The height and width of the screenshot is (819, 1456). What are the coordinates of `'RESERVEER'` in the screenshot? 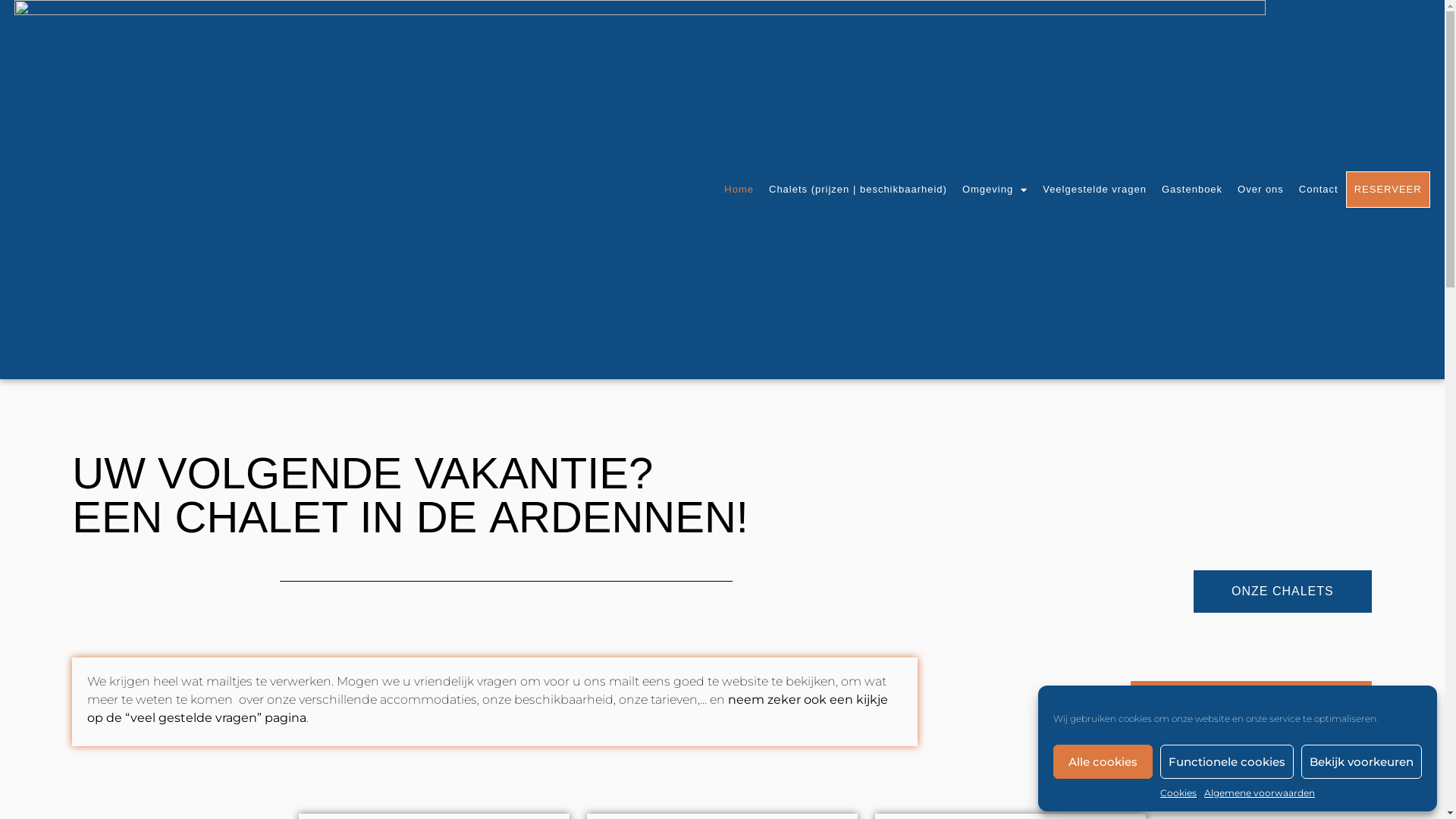 It's located at (1388, 189).